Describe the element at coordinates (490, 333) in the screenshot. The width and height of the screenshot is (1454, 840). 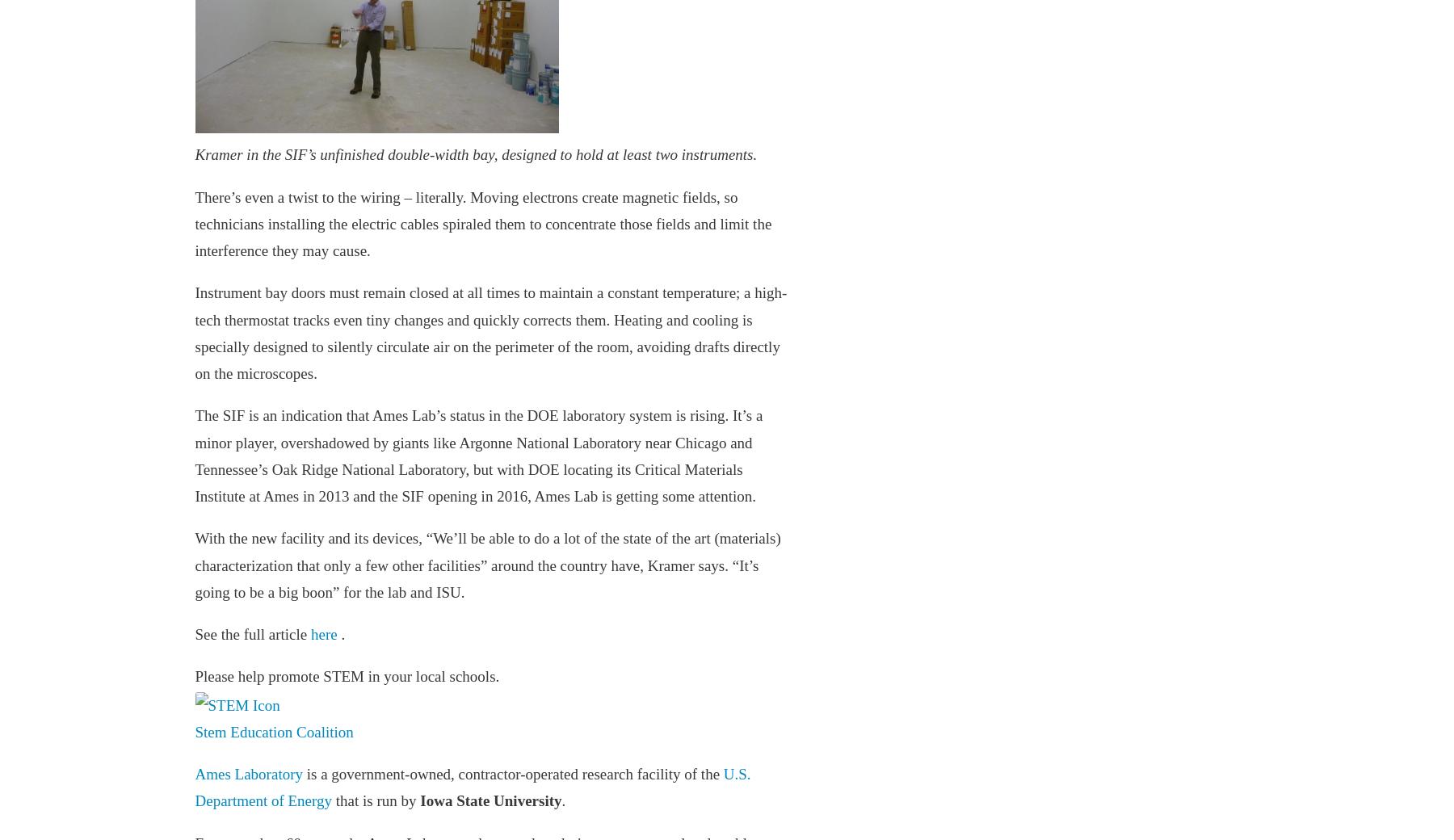
I see `'Instrument bay doors must remain closed at all times to maintain a constant temperature; a high-tech thermostat tracks even tiny changes and quickly corrects them. Heating and cooling is specially designed to silently circulate air on the perimeter of the room, avoiding drafts directly on the microscopes.'` at that location.